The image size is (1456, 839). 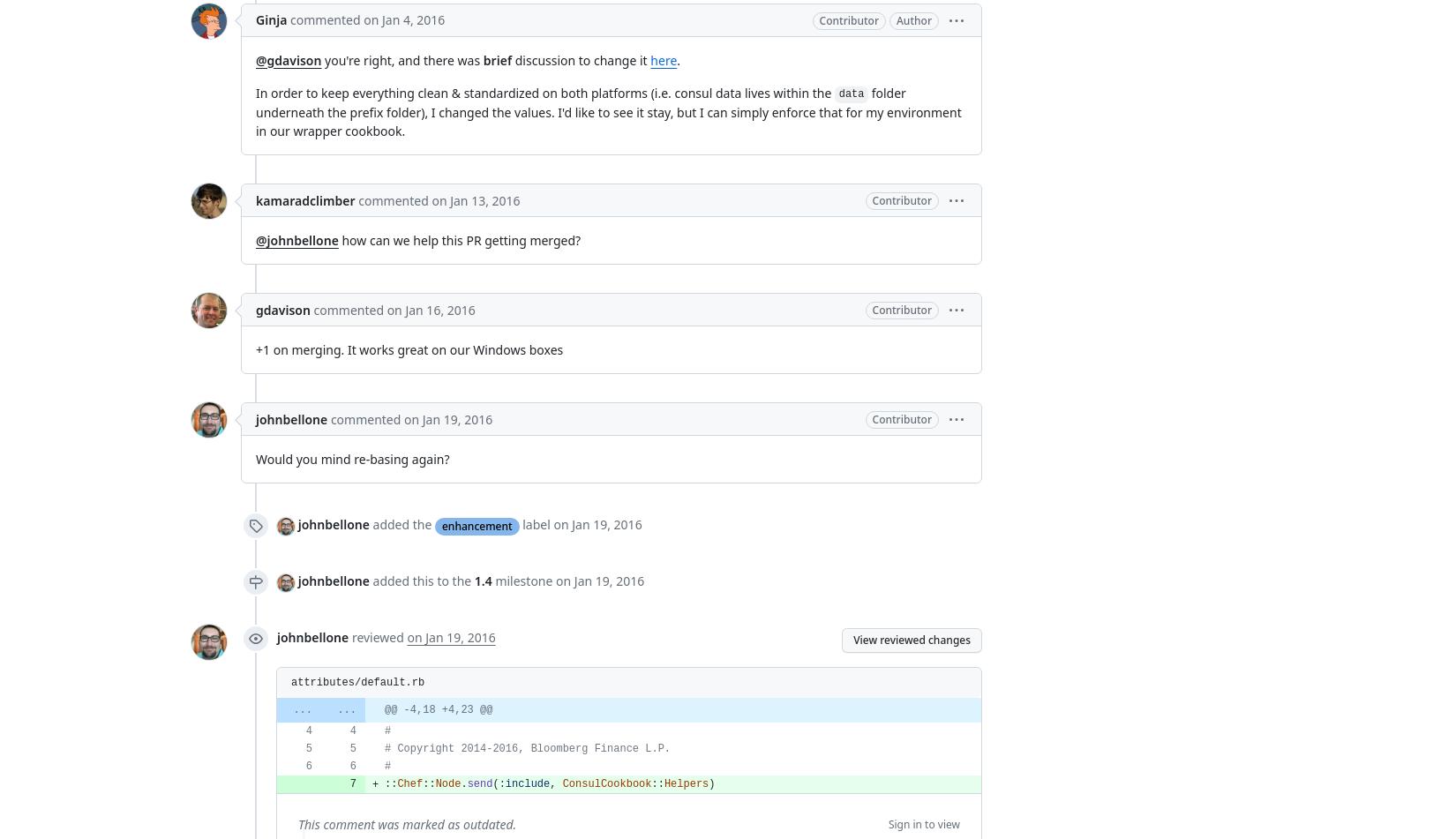 I want to click on 'milestone', so click(x=522, y=580).